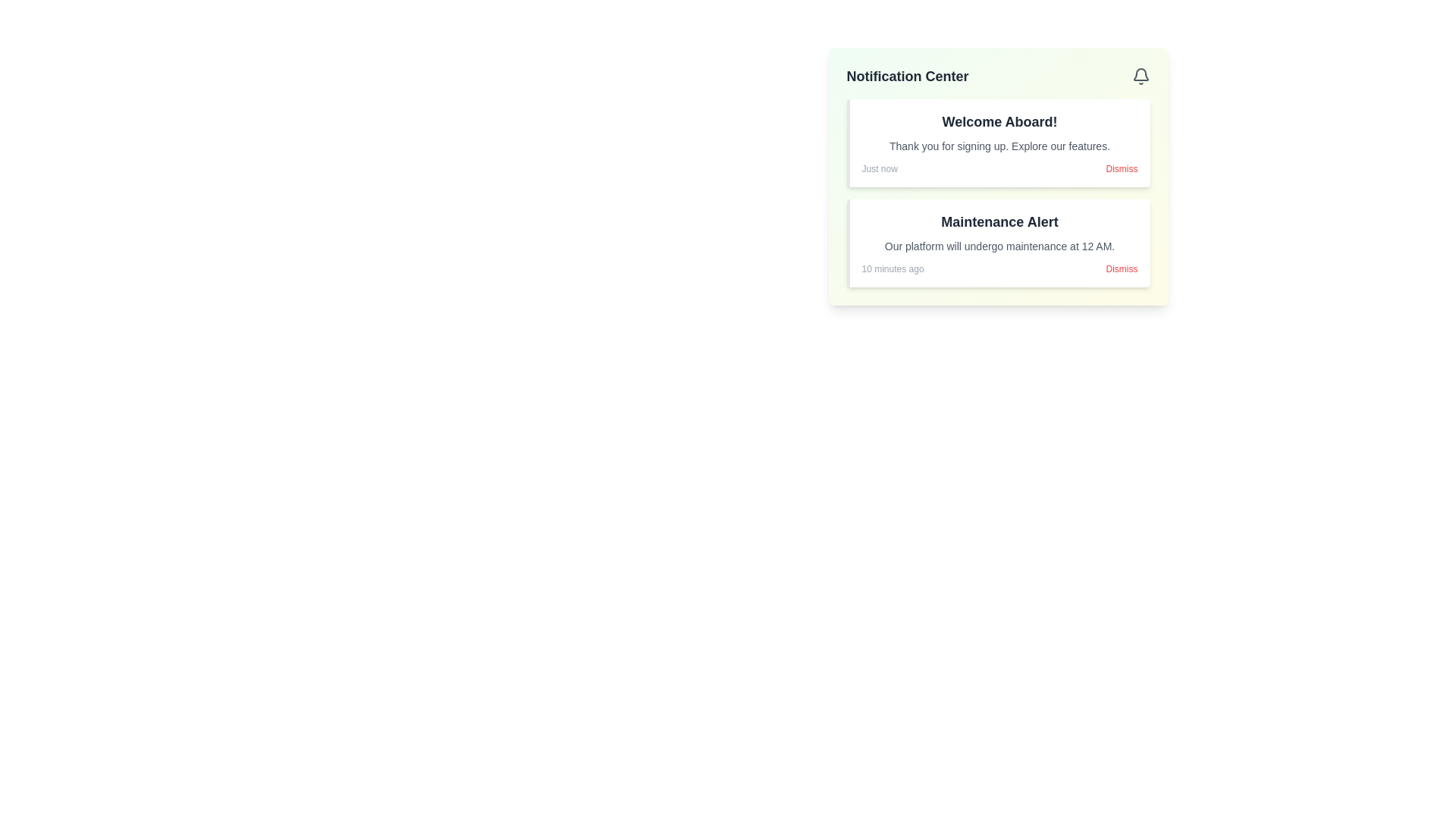 Image resolution: width=1456 pixels, height=819 pixels. I want to click on the static text that reads 'Thank you for signing up. Explore our features.' located within the notification card under the title 'Welcome Aboard!', so click(999, 146).